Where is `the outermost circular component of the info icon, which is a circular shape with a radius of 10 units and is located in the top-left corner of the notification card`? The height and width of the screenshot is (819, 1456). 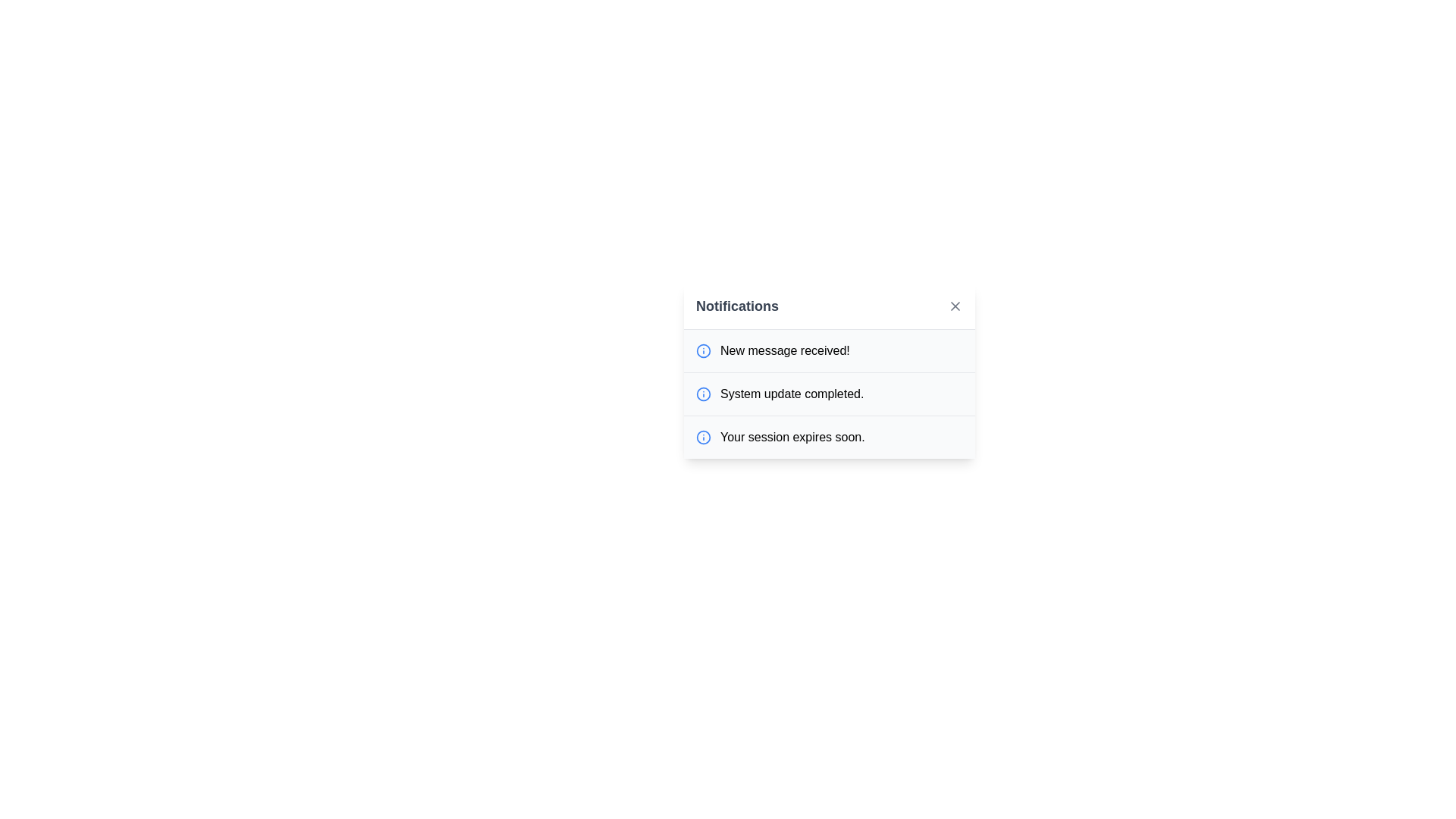
the outermost circular component of the info icon, which is a circular shape with a radius of 10 units and is located in the top-left corner of the notification card is located at coordinates (702, 350).